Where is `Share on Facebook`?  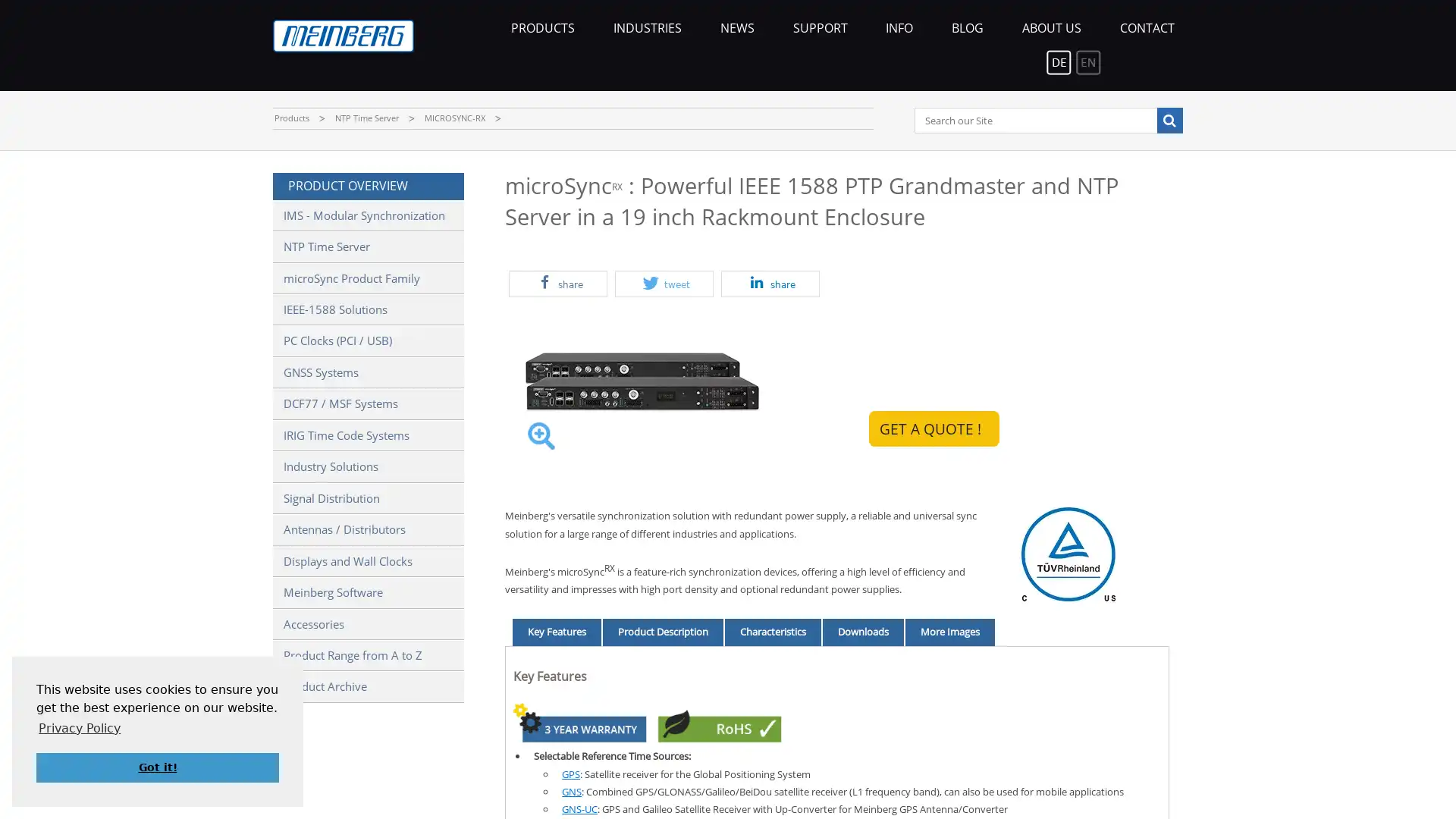
Share on Facebook is located at coordinates (557, 284).